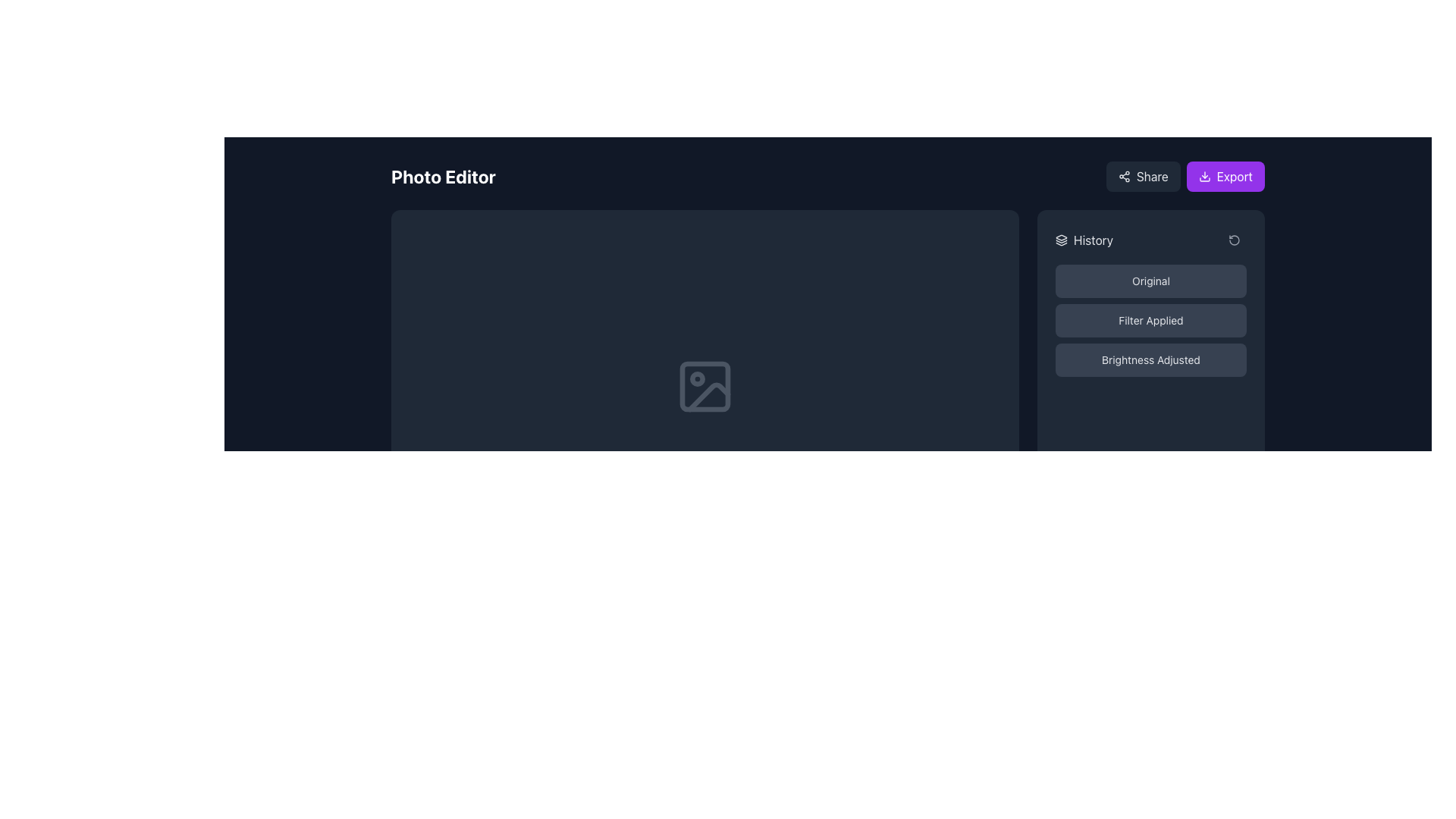  Describe the element at coordinates (1234, 239) in the screenshot. I see `the reset icon represented by a counter-clockwise circular arrow in the 'History' section` at that location.